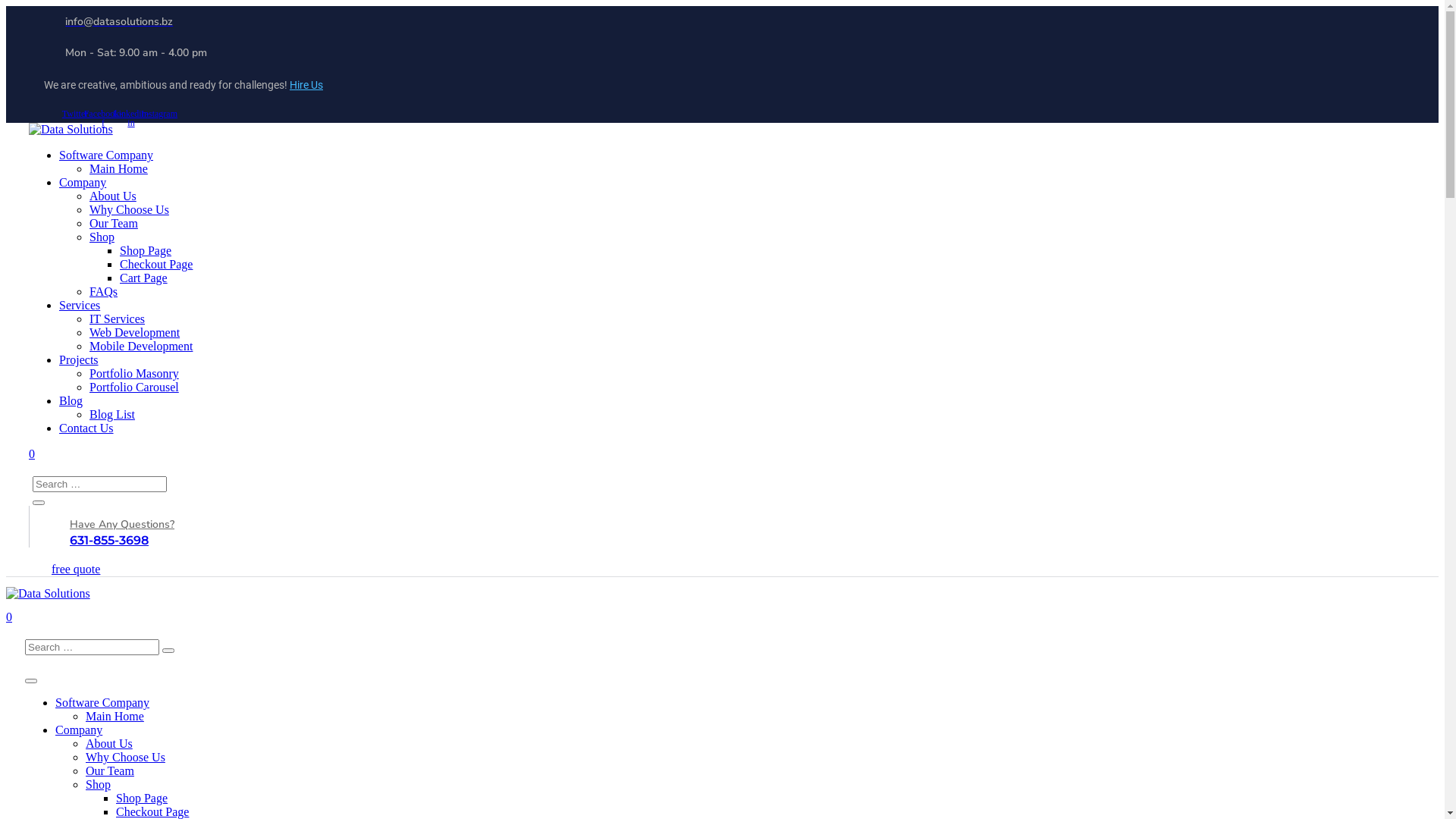 The height and width of the screenshot is (819, 1456). I want to click on 'Facebook-f', so click(102, 117).